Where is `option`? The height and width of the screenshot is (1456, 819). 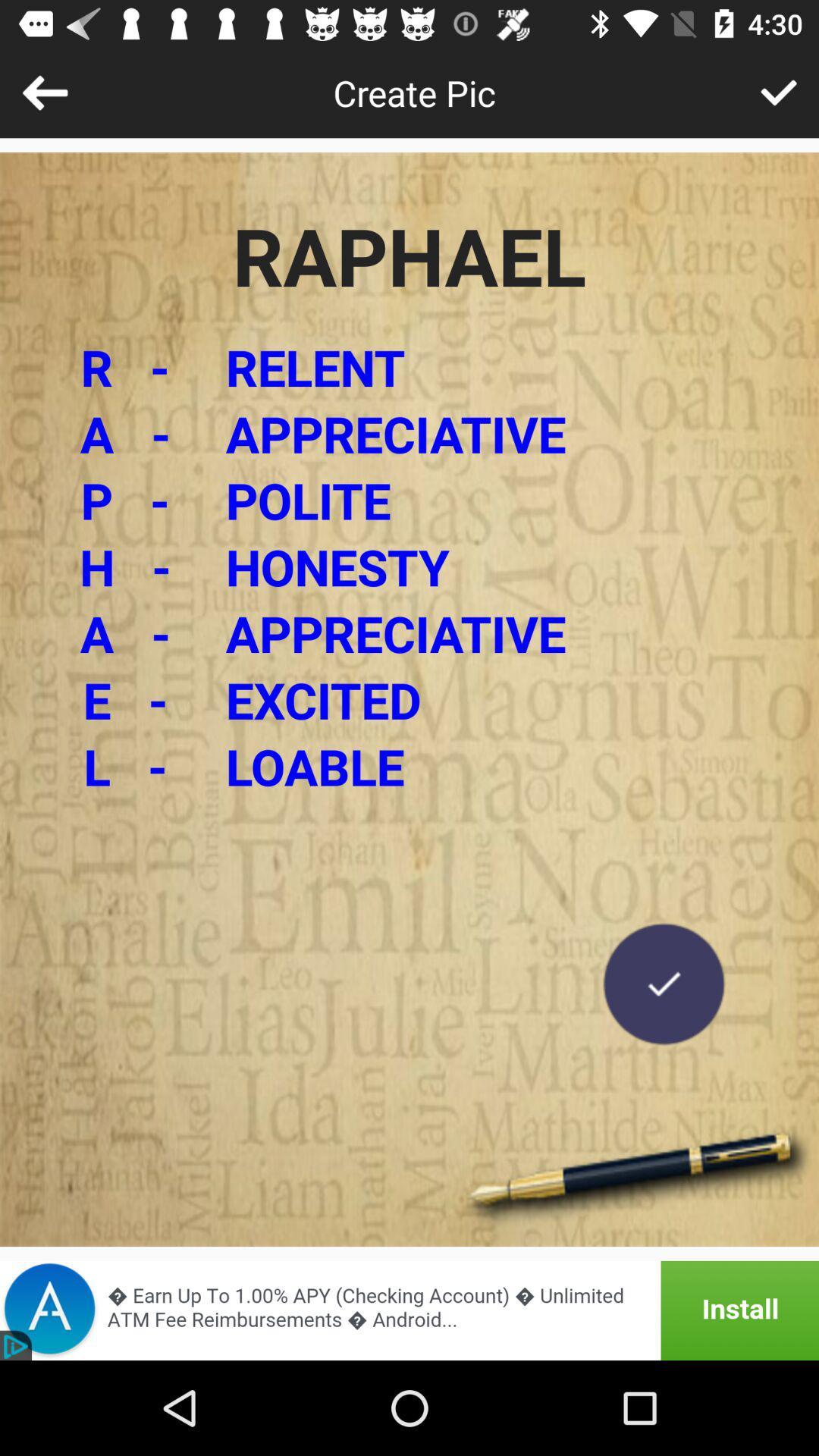 option is located at coordinates (663, 984).